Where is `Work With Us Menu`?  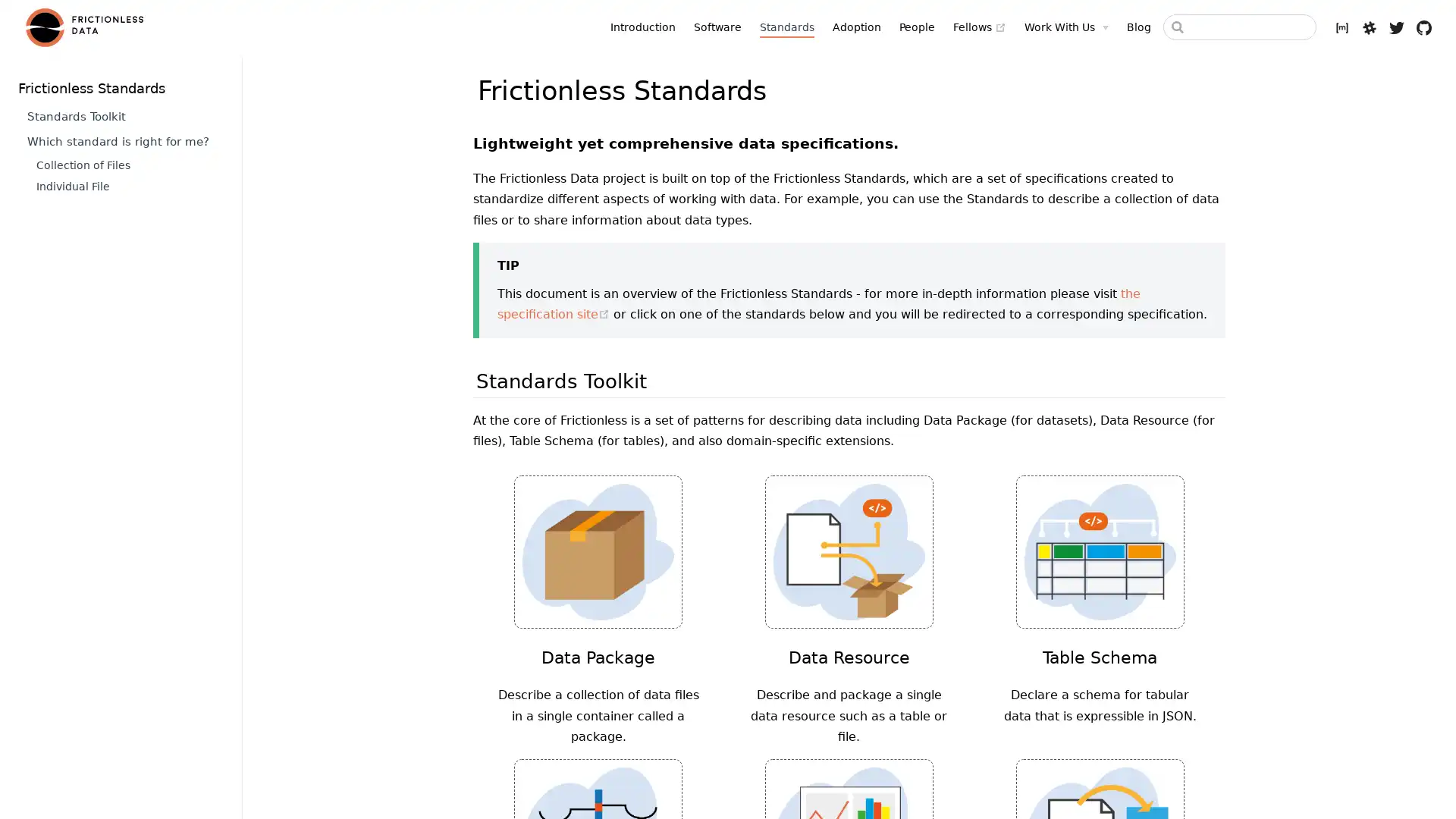
Work With Us Menu is located at coordinates (1065, 27).